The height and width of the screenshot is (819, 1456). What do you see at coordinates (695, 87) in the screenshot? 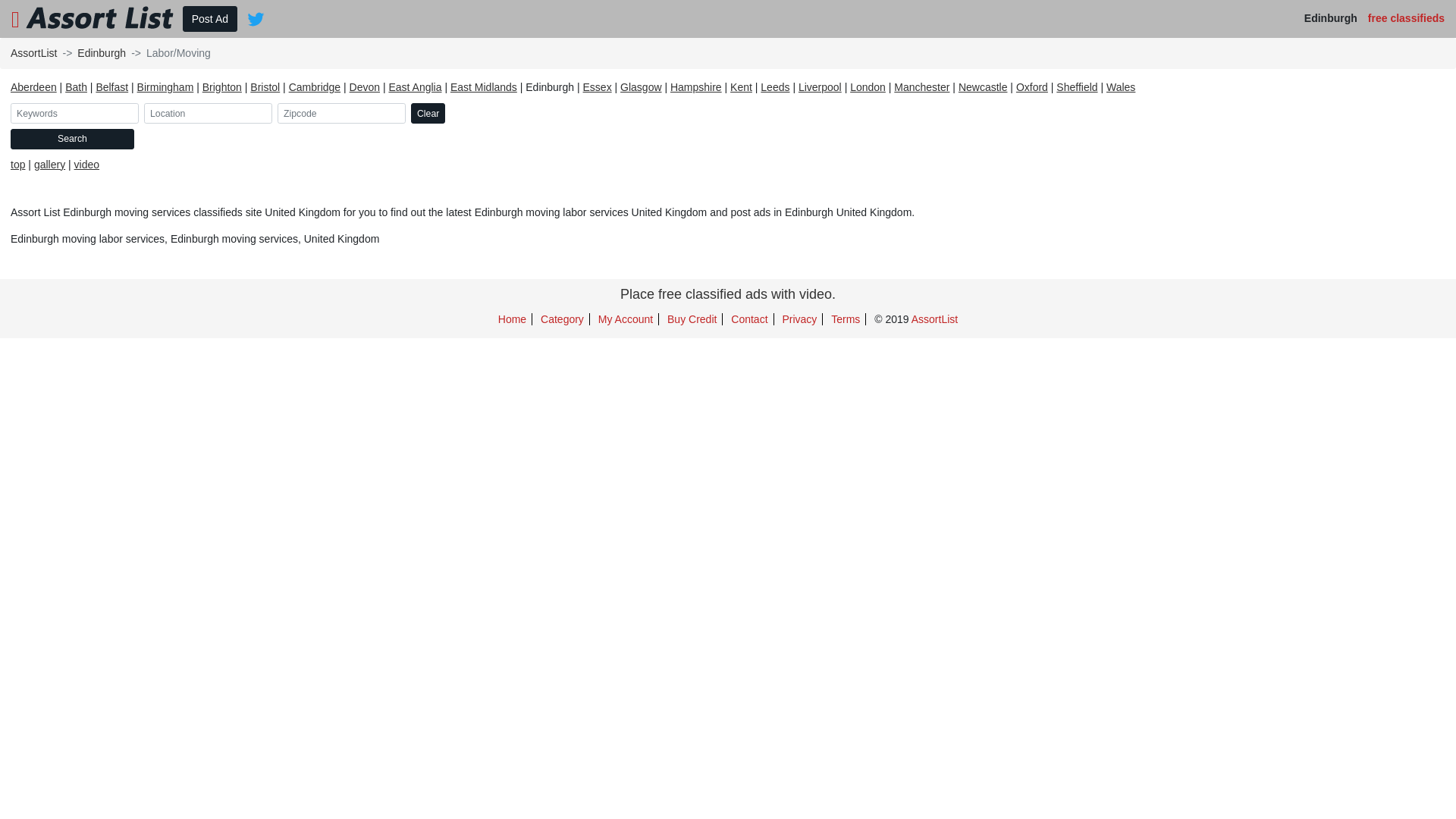
I see `'Hampshire'` at bounding box center [695, 87].